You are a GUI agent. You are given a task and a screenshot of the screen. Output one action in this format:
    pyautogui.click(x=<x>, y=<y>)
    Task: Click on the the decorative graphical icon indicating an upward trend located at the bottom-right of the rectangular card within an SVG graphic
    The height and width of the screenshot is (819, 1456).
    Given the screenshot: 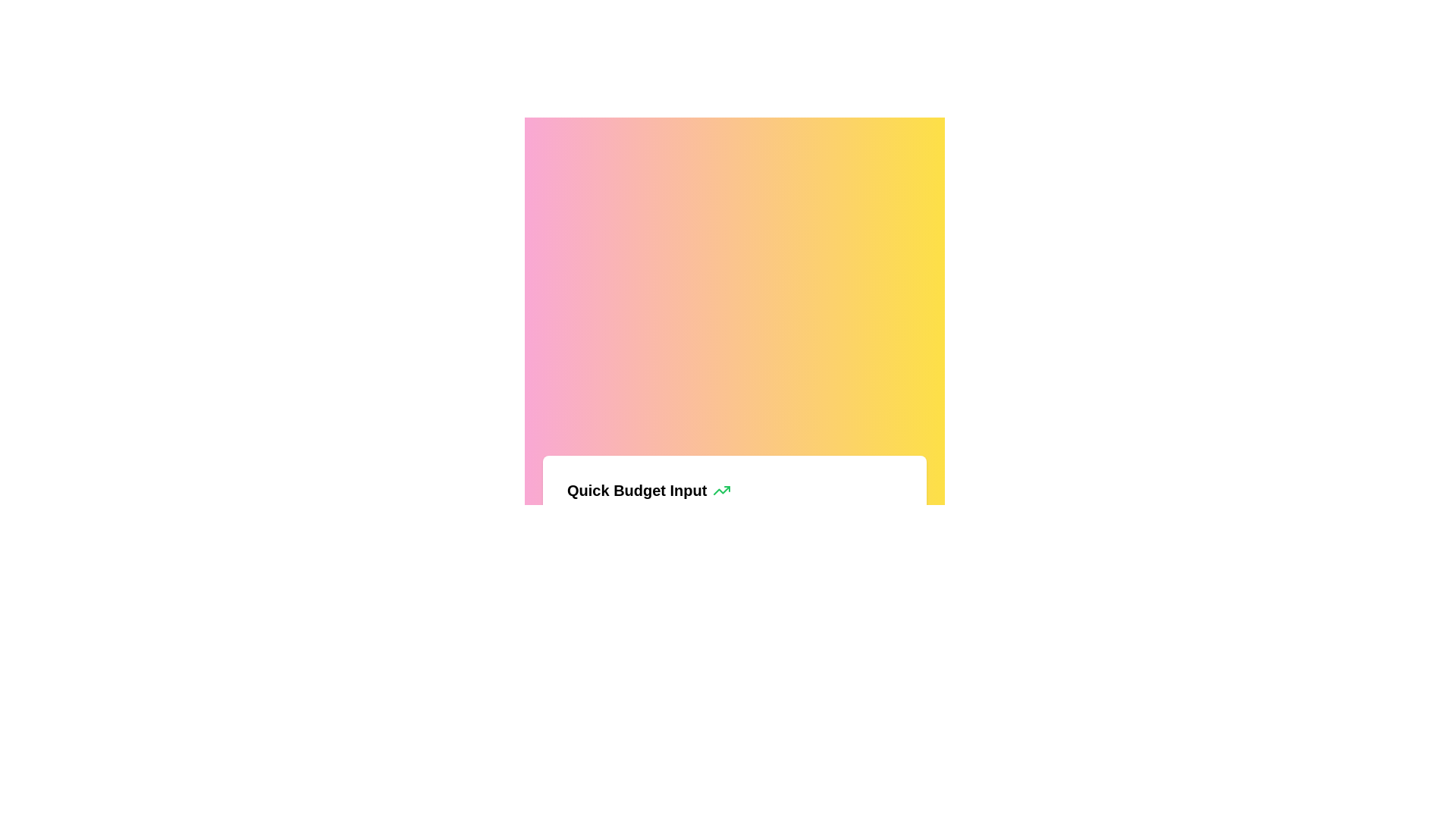 What is the action you would take?
    pyautogui.click(x=721, y=491)
    